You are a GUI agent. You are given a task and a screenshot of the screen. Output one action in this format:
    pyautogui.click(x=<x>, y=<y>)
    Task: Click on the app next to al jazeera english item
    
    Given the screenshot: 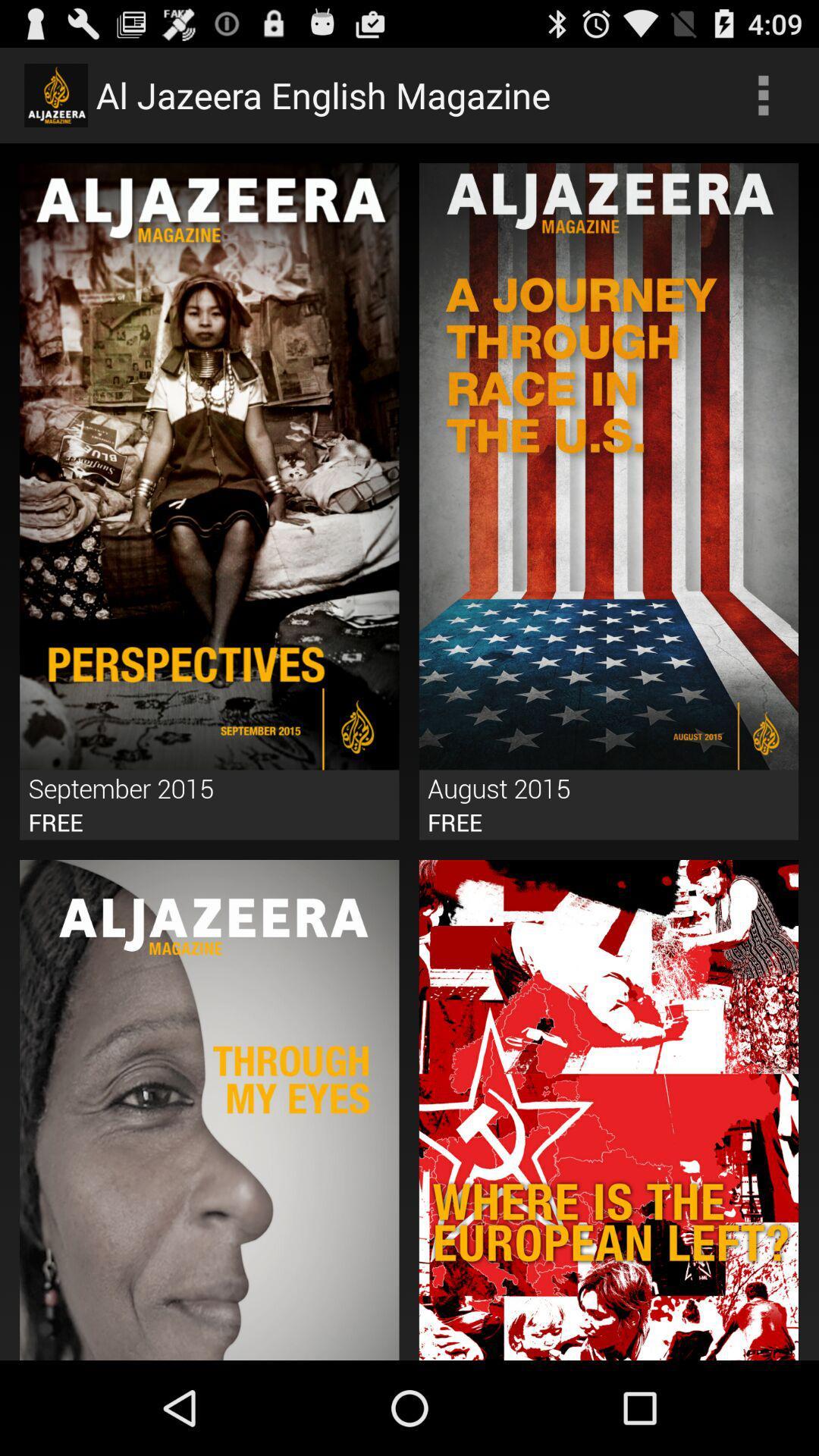 What is the action you would take?
    pyautogui.click(x=763, y=94)
    